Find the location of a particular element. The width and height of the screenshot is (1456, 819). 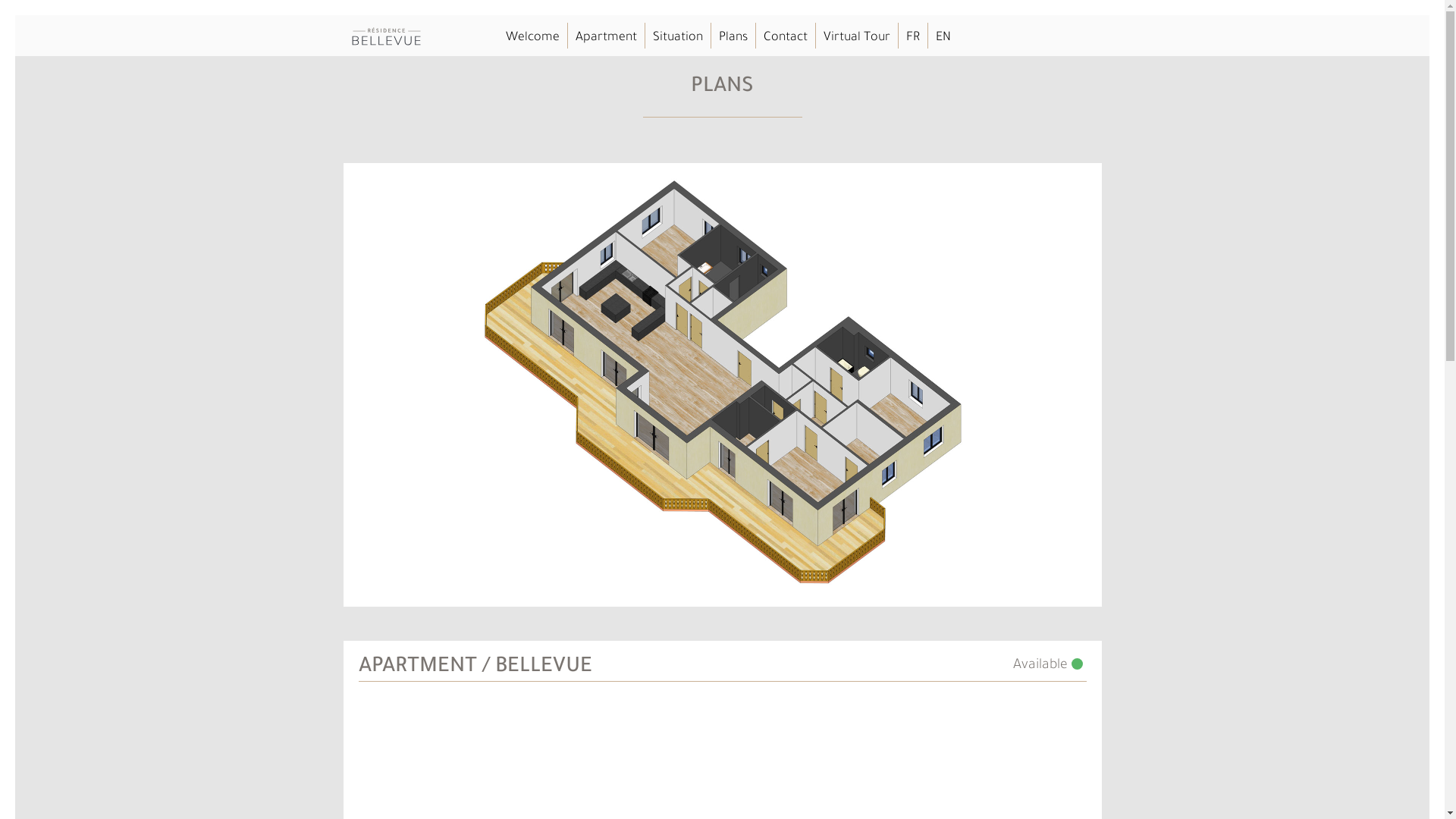

'FR' is located at coordinates (912, 37).